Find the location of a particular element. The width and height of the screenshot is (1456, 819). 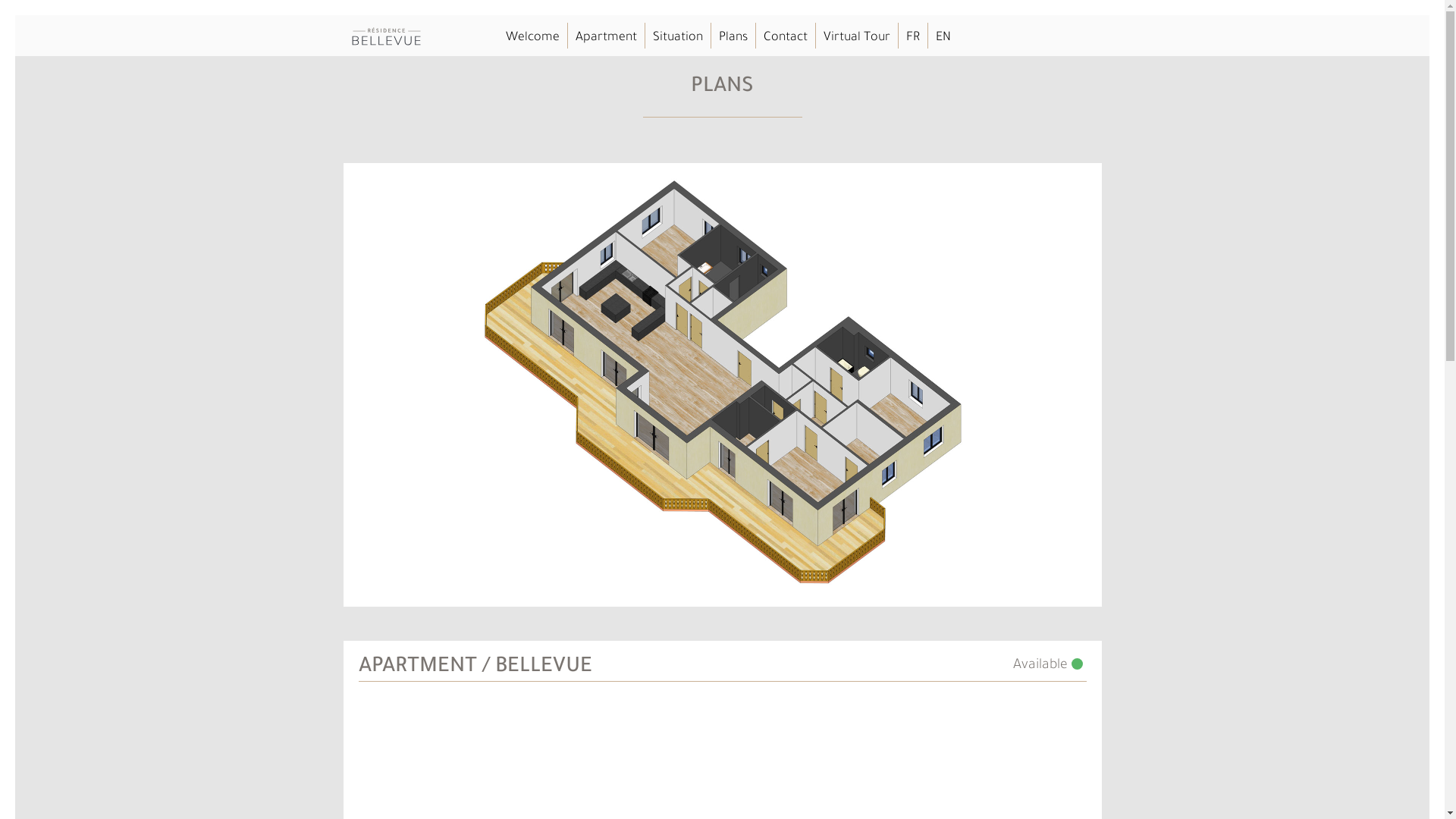

'FR' is located at coordinates (912, 37).